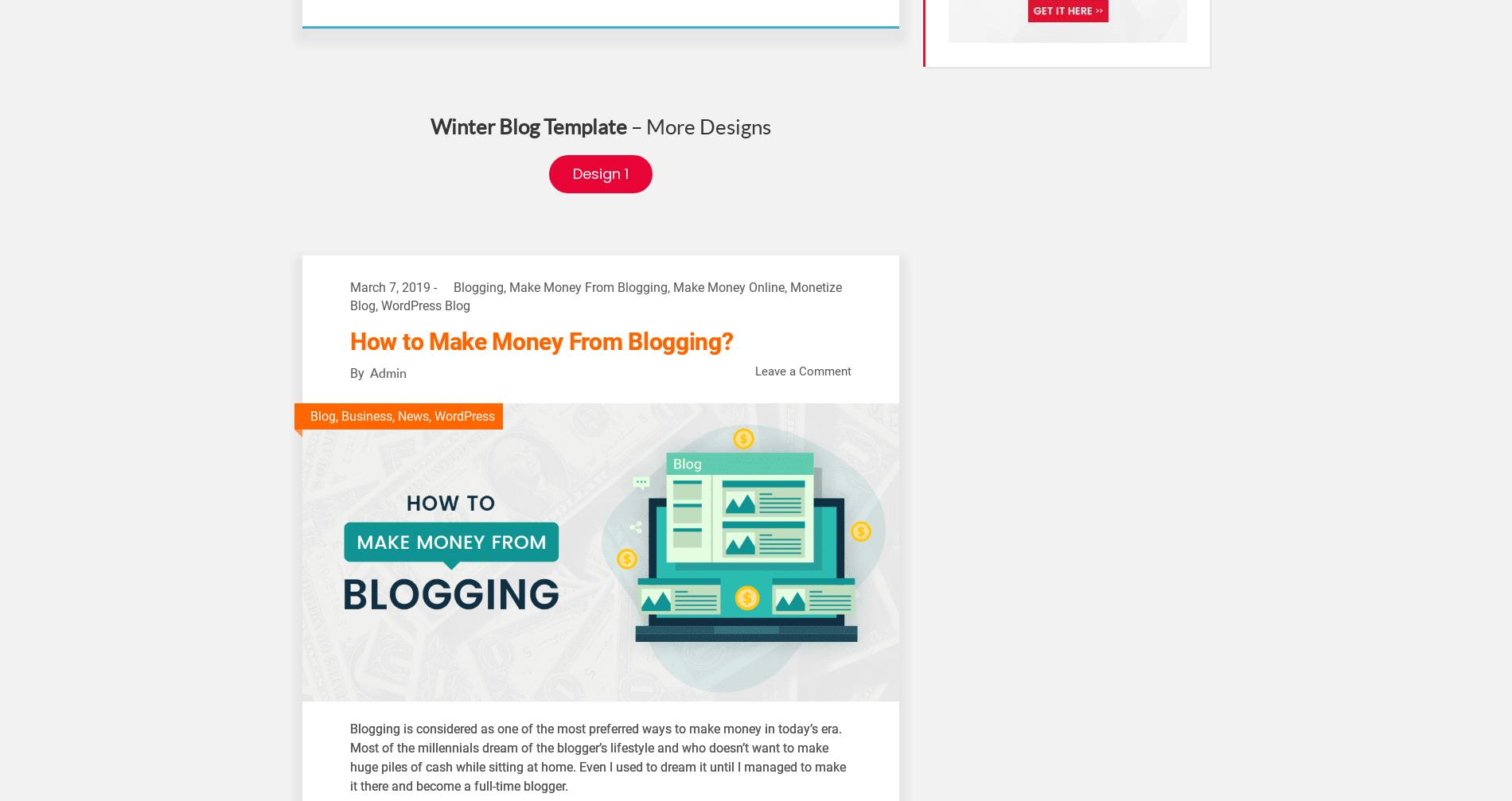 Image resolution: width=1512 pixels, height=801 pixels. Describe the element at coordinates (528, 126) in the screenshot. I see `'Winter Blog Template'` at that location.